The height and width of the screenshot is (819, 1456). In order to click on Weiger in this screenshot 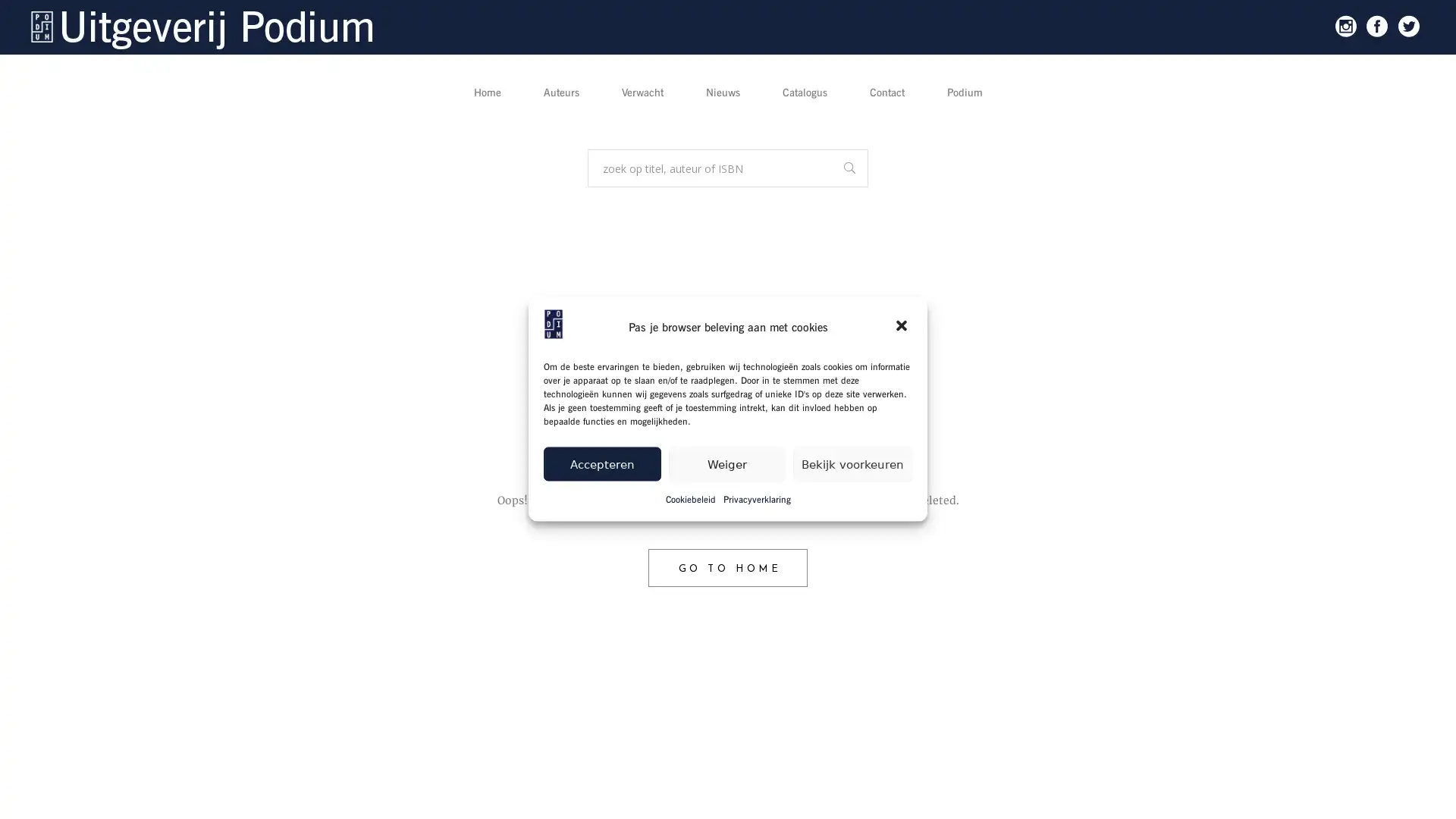, I will do `click(726, 463)`.